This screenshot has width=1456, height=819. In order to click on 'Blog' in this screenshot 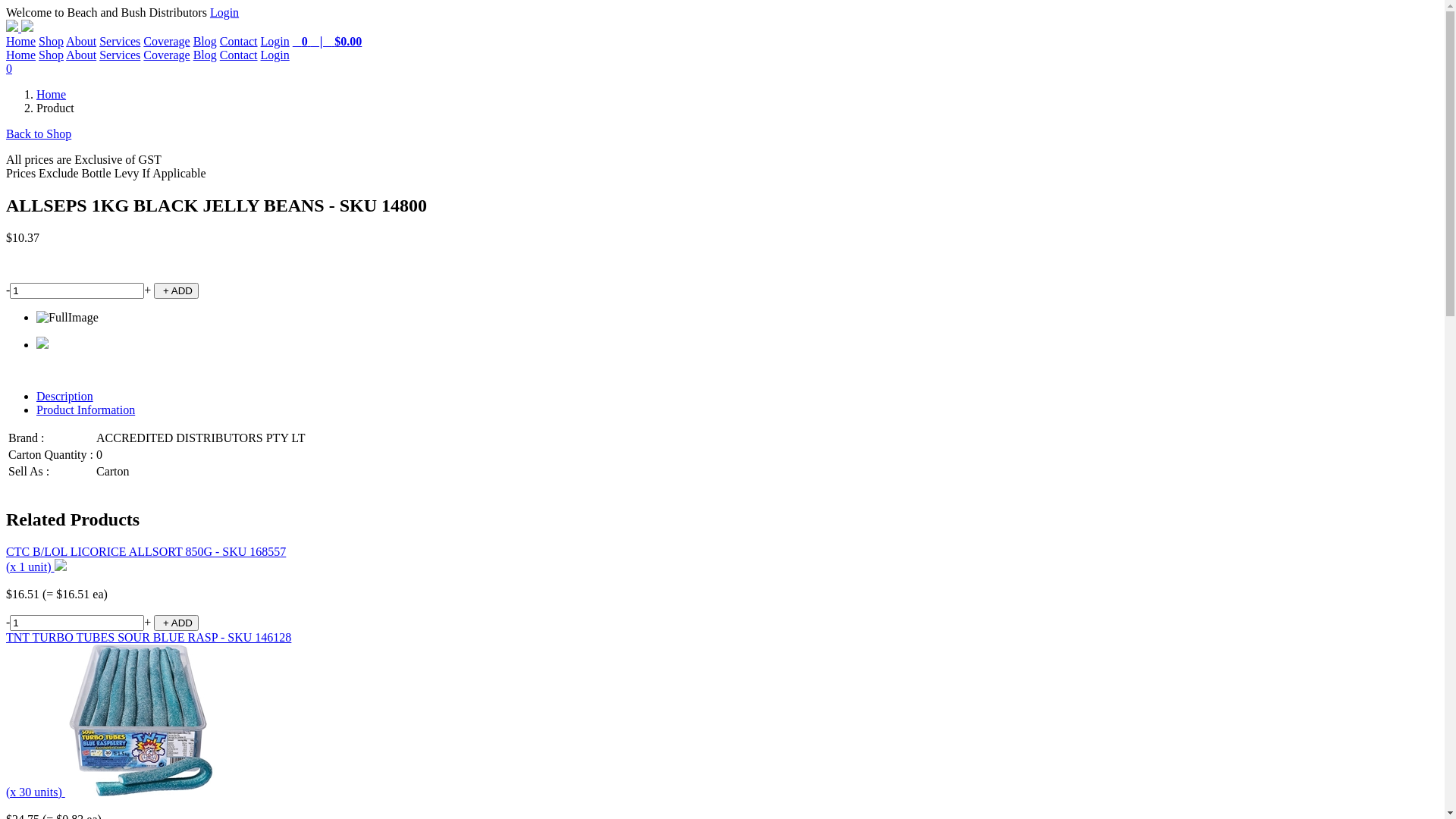, I will do `click(204, 40)`.